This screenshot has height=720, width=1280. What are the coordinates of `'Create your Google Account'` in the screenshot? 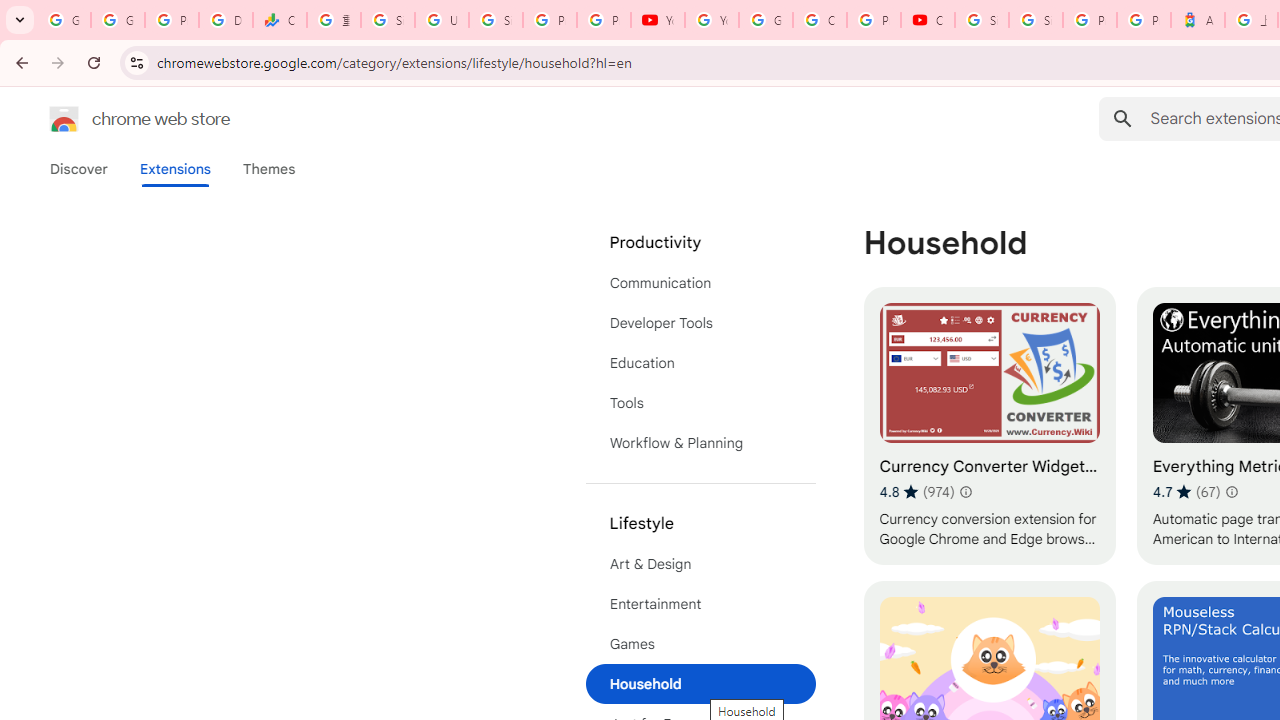 It's located at (819, 20).